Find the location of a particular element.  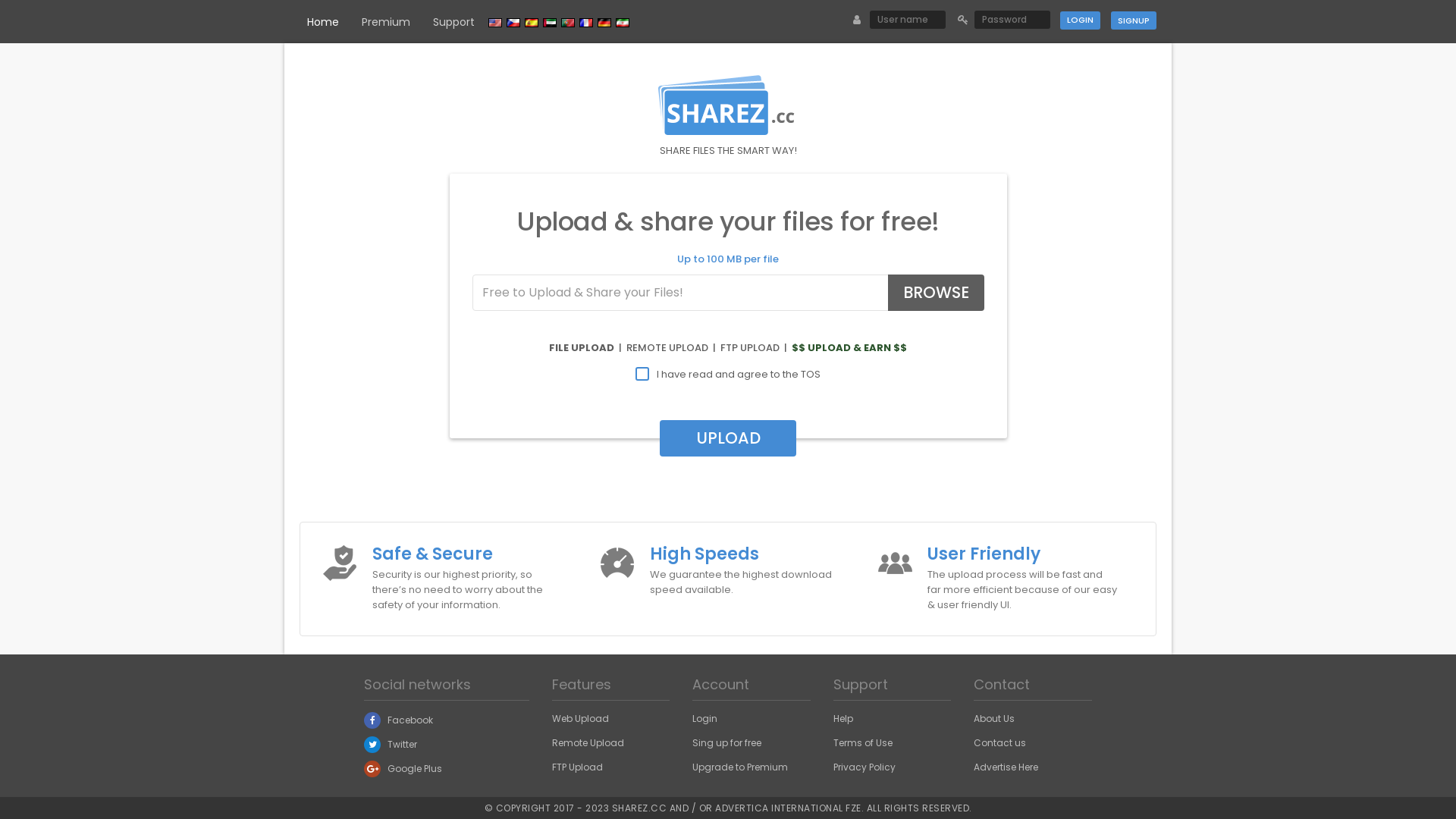

'Remote Upload' is located at coordinates (587, 742).